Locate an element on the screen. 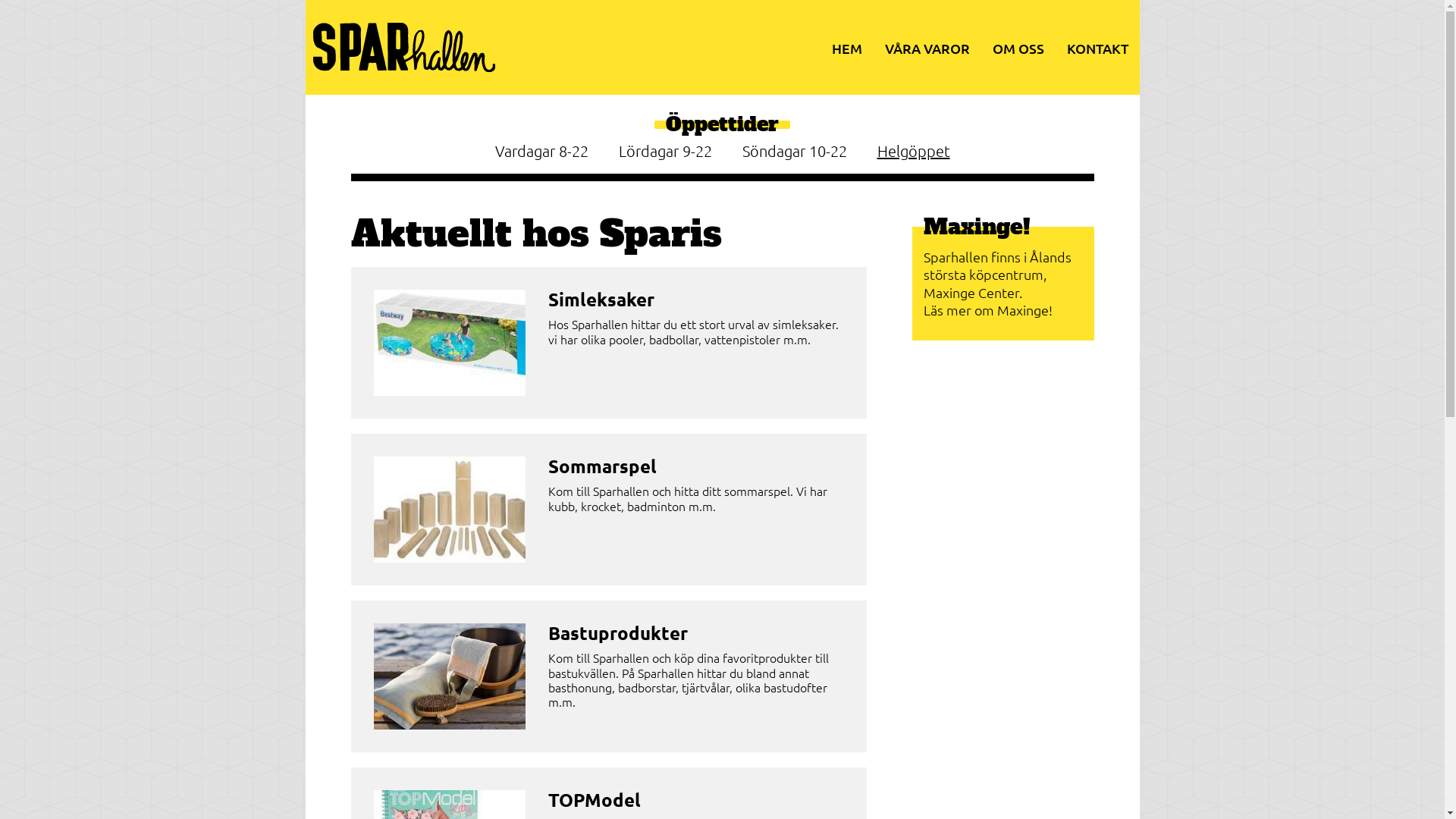  'OM OSS' is located at coordinates (1018, 47).